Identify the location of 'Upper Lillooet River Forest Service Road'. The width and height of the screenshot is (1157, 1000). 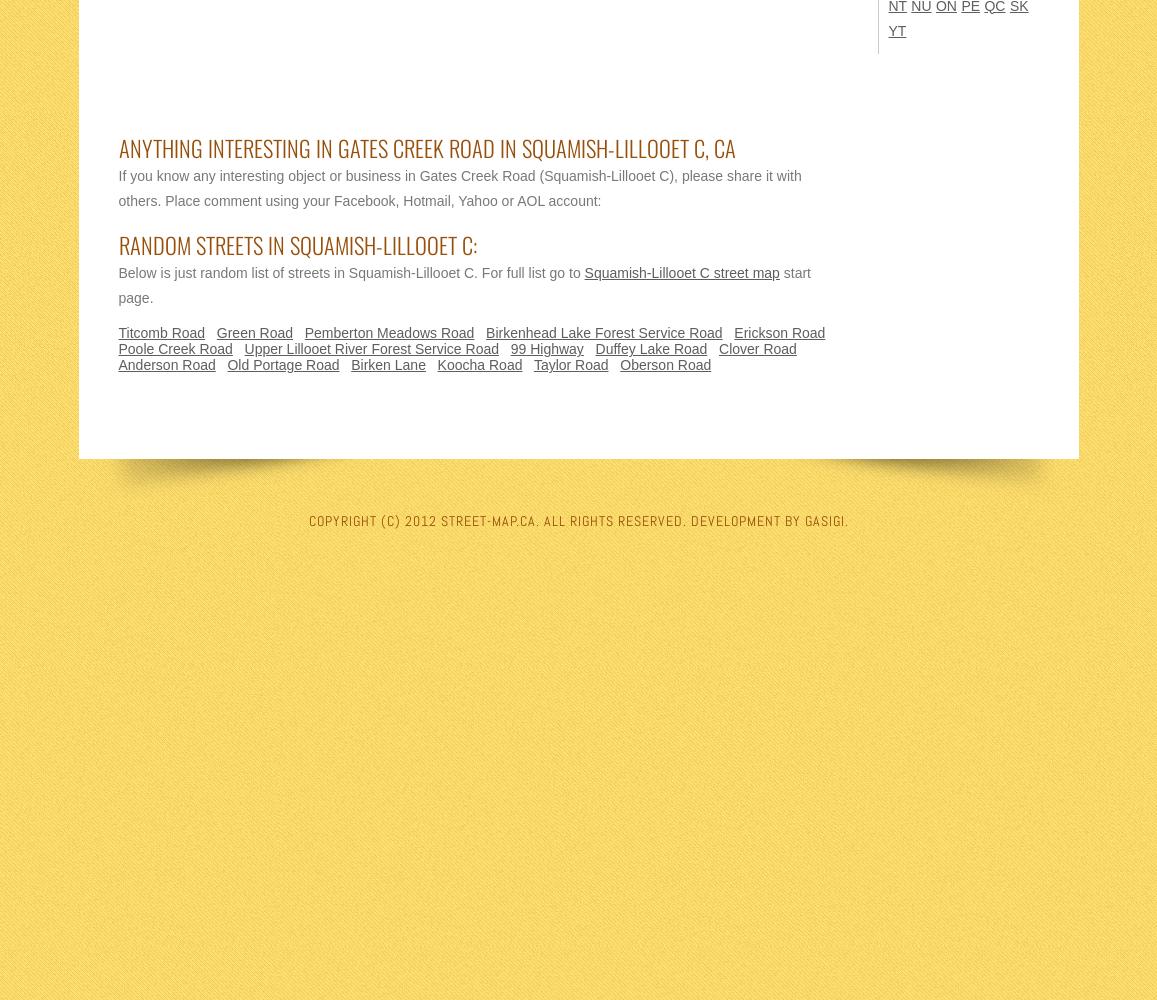
(371, 348).